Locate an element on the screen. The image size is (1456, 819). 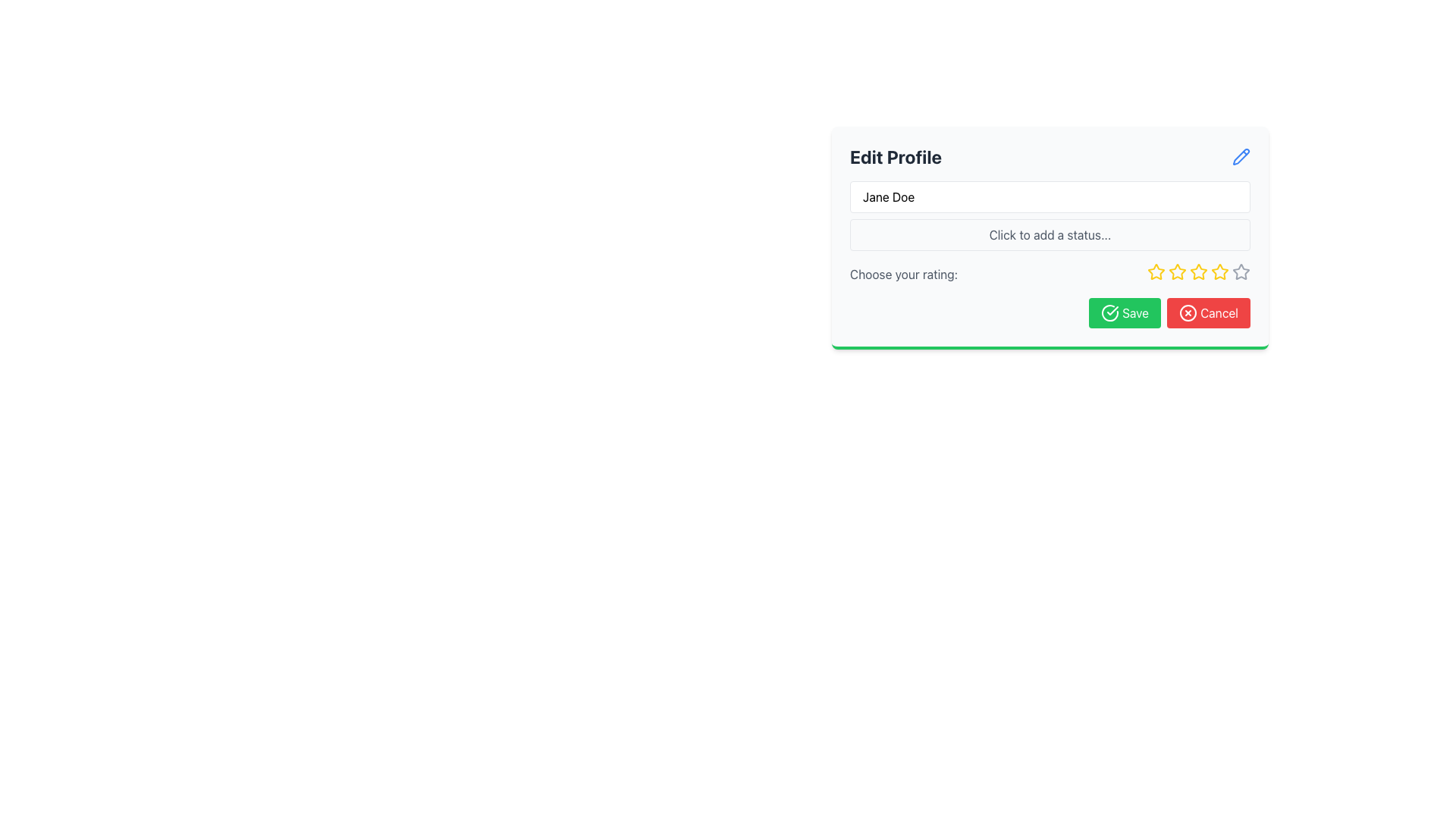
the second star-shaped icon with a yellow outline in the five-star rating system below the 'Click is located at coordinates (1175, 271).